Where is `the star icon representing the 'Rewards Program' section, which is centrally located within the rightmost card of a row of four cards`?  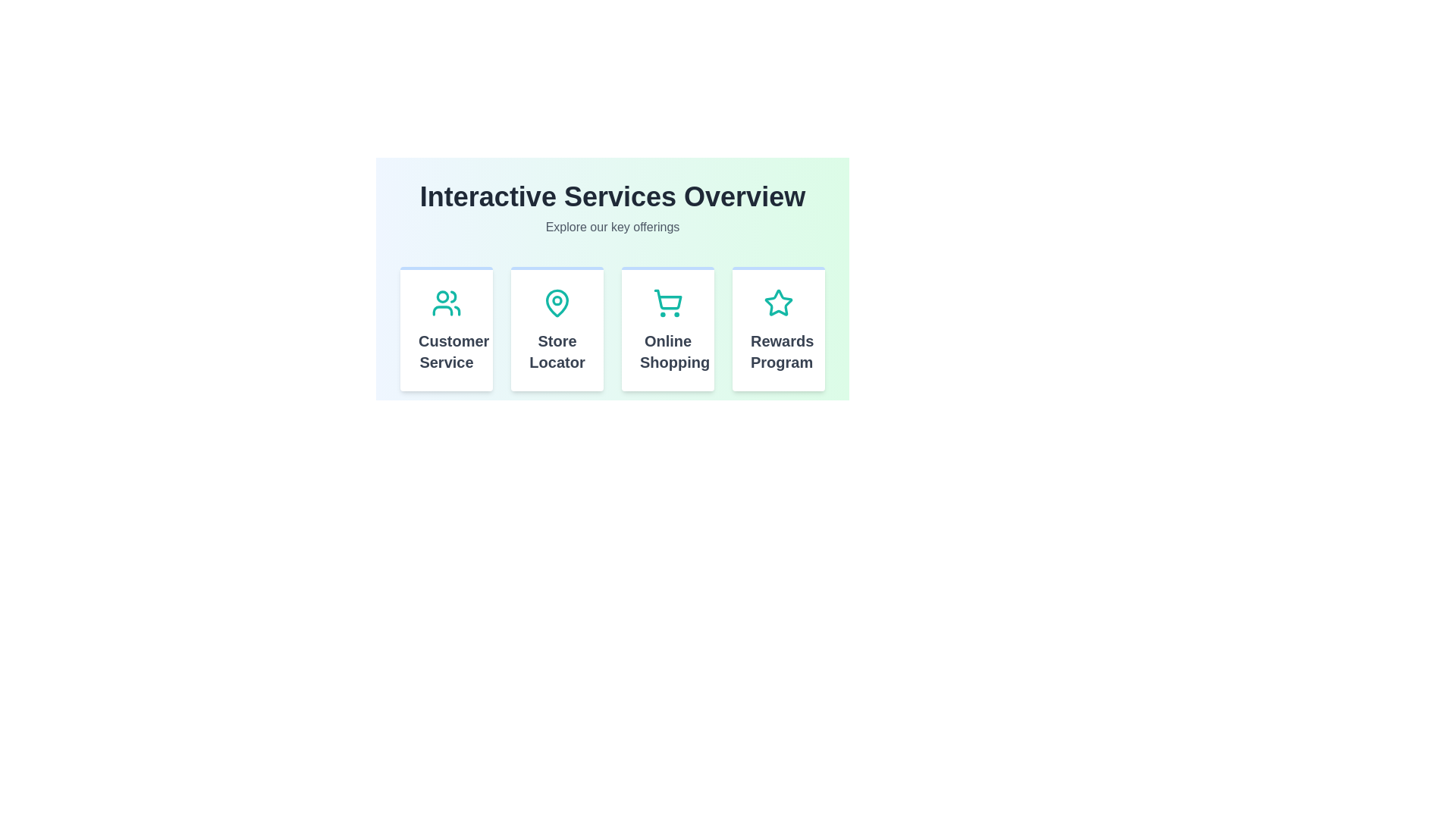 the star icon representing the 'Rewards Program' section, which is centrally located within the rightmost card of a row of four cards is located at coordinates (779, 303).